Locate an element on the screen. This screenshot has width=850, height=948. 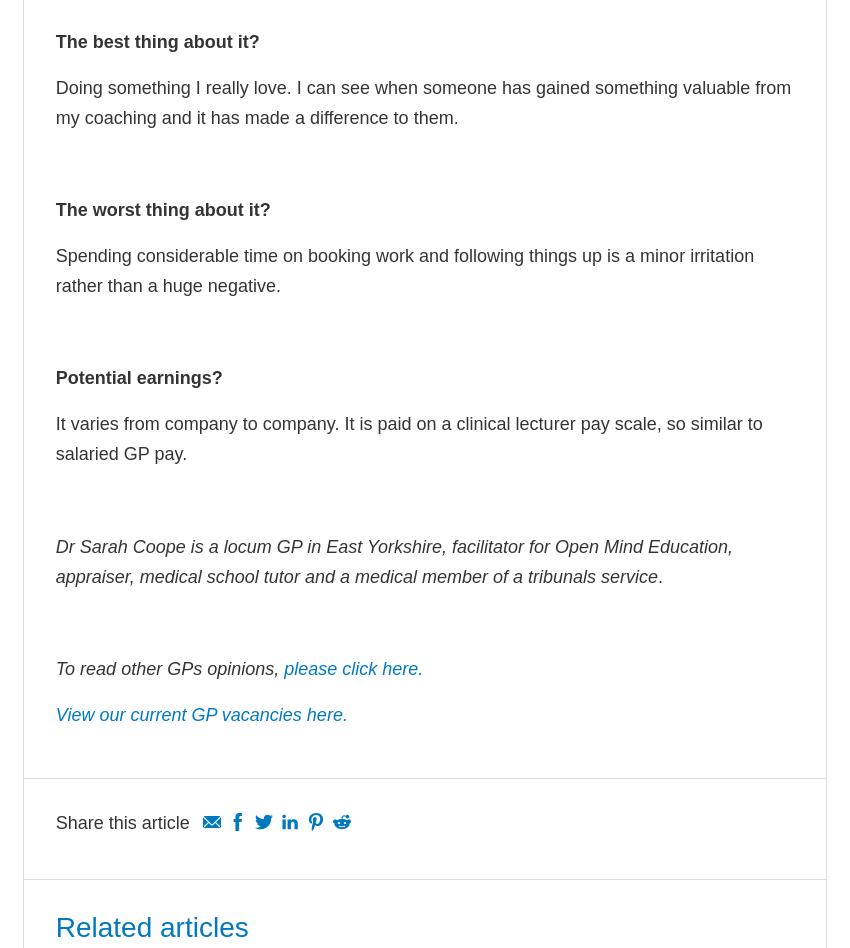
'Potential earnings?' is located at coordinates (54, 376).